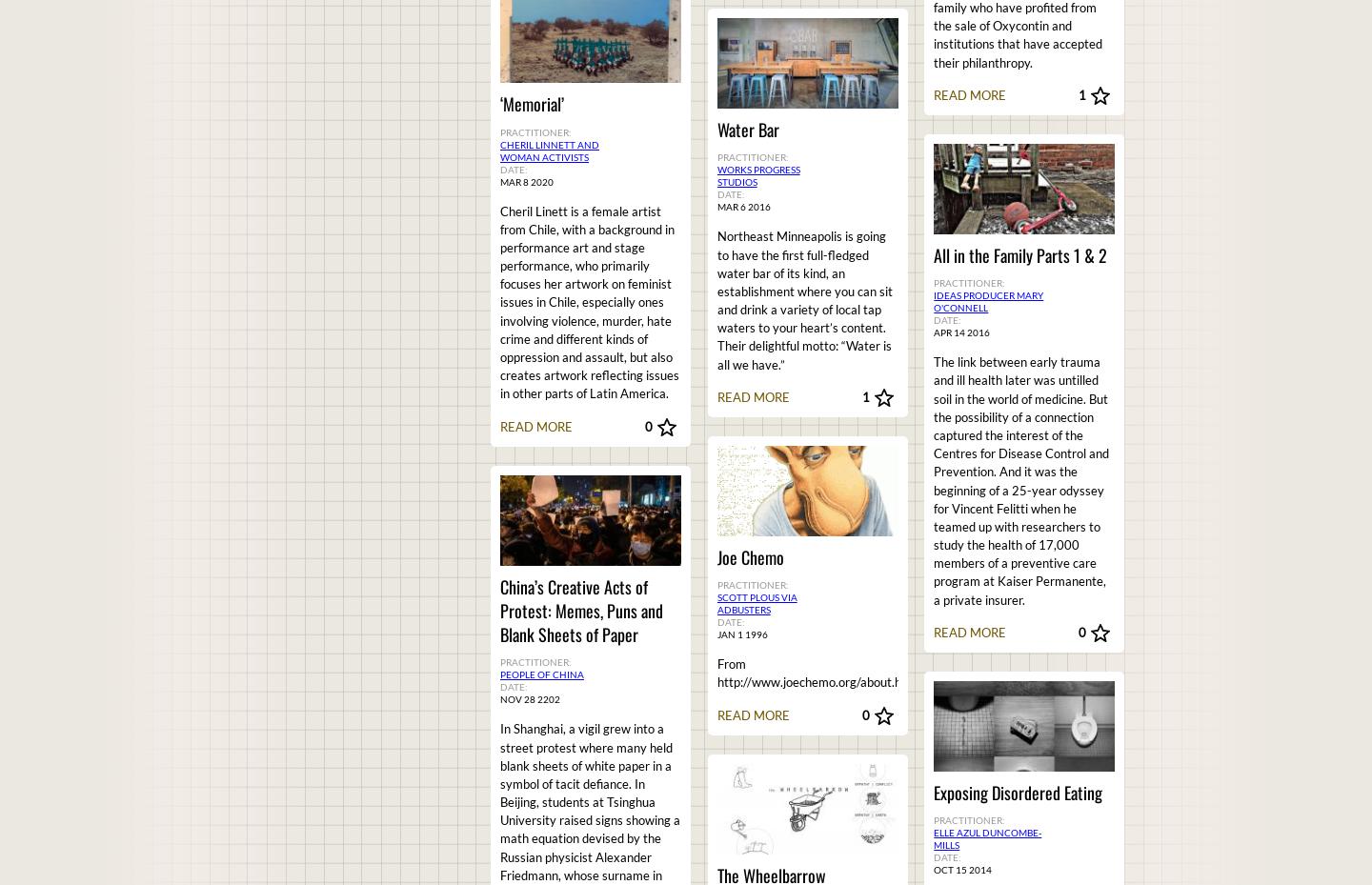 This screenshot has width=1372, height=885. What do you see at coordinates (747, 130) in the screenshot?
I see `'Water Bar'` at bounding box center [747, 130].